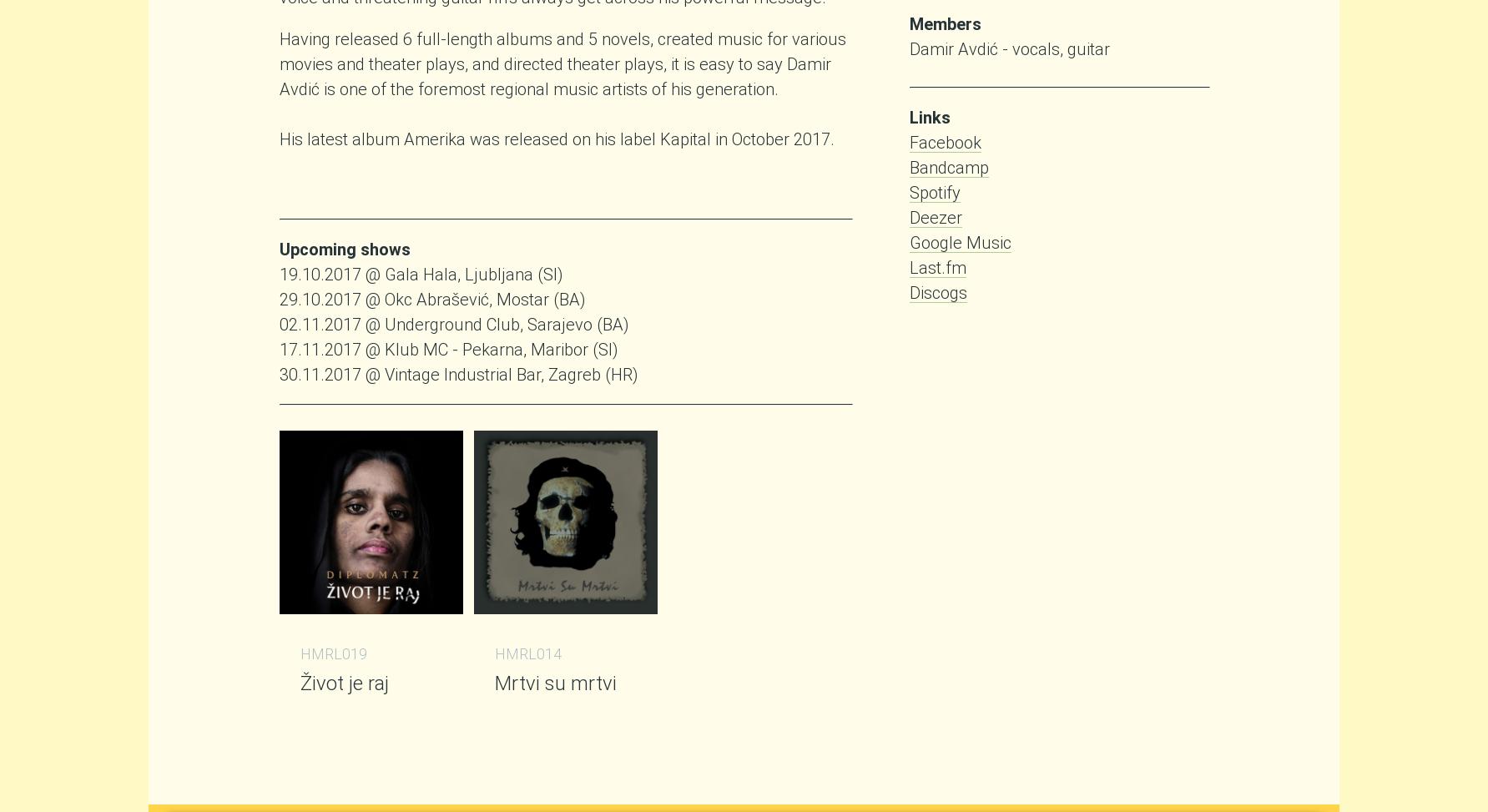 This screenshot has height=812, width=1488. Describe the element at coordinates (934, 191) in the screenshot. I see `'Spotify'` at that location.